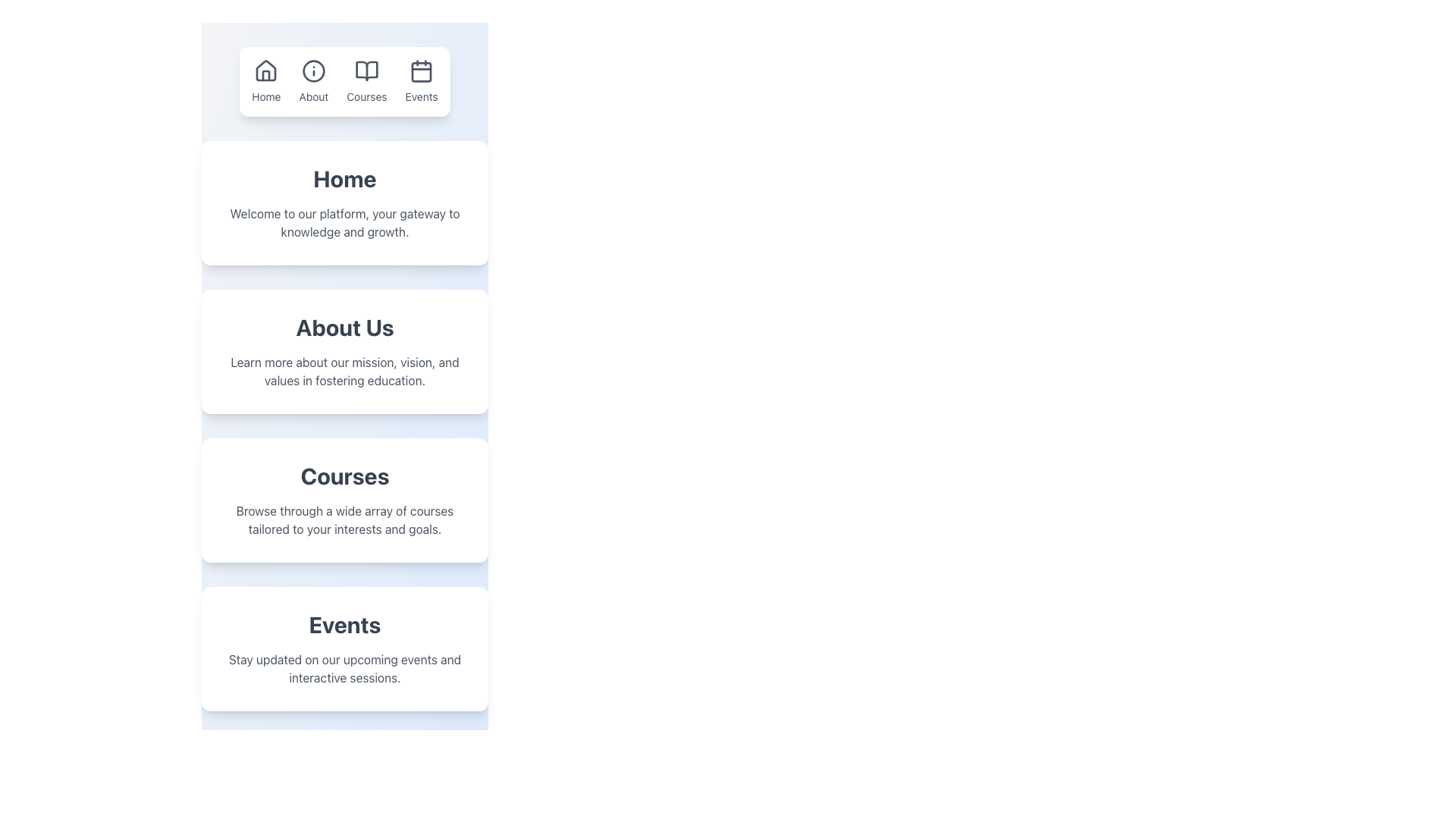 Image resolution: width=1456 pixels, height=819 pixels. Describe the element at coordinates (266, 96) in the screenshot. I see `the 'Home' navigation label, which is a small-sized text label displayed in a neutral color located below a house icon in the top-left corner of the navigation bar` at that location.